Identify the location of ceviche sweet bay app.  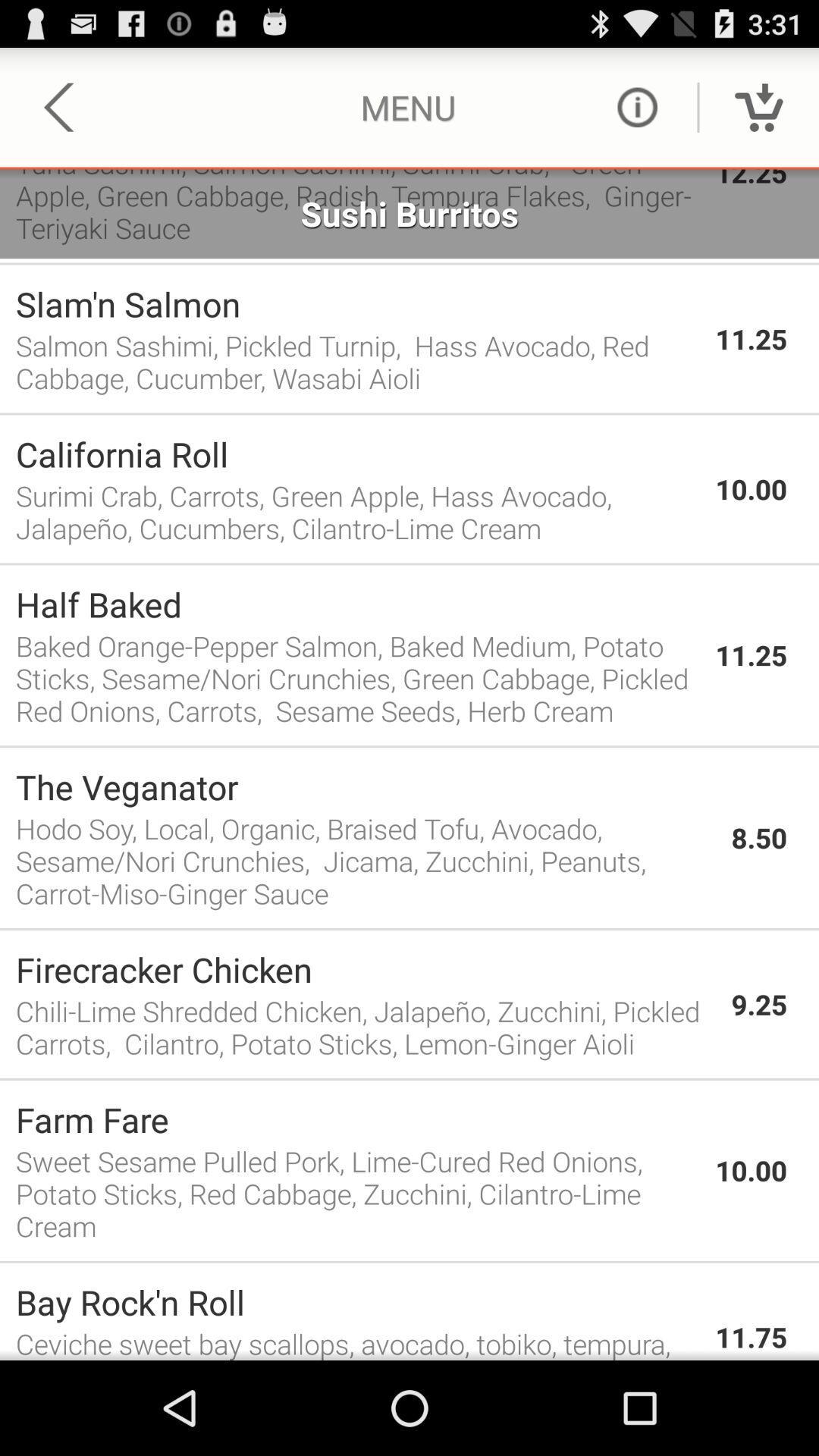
(357, 1342).